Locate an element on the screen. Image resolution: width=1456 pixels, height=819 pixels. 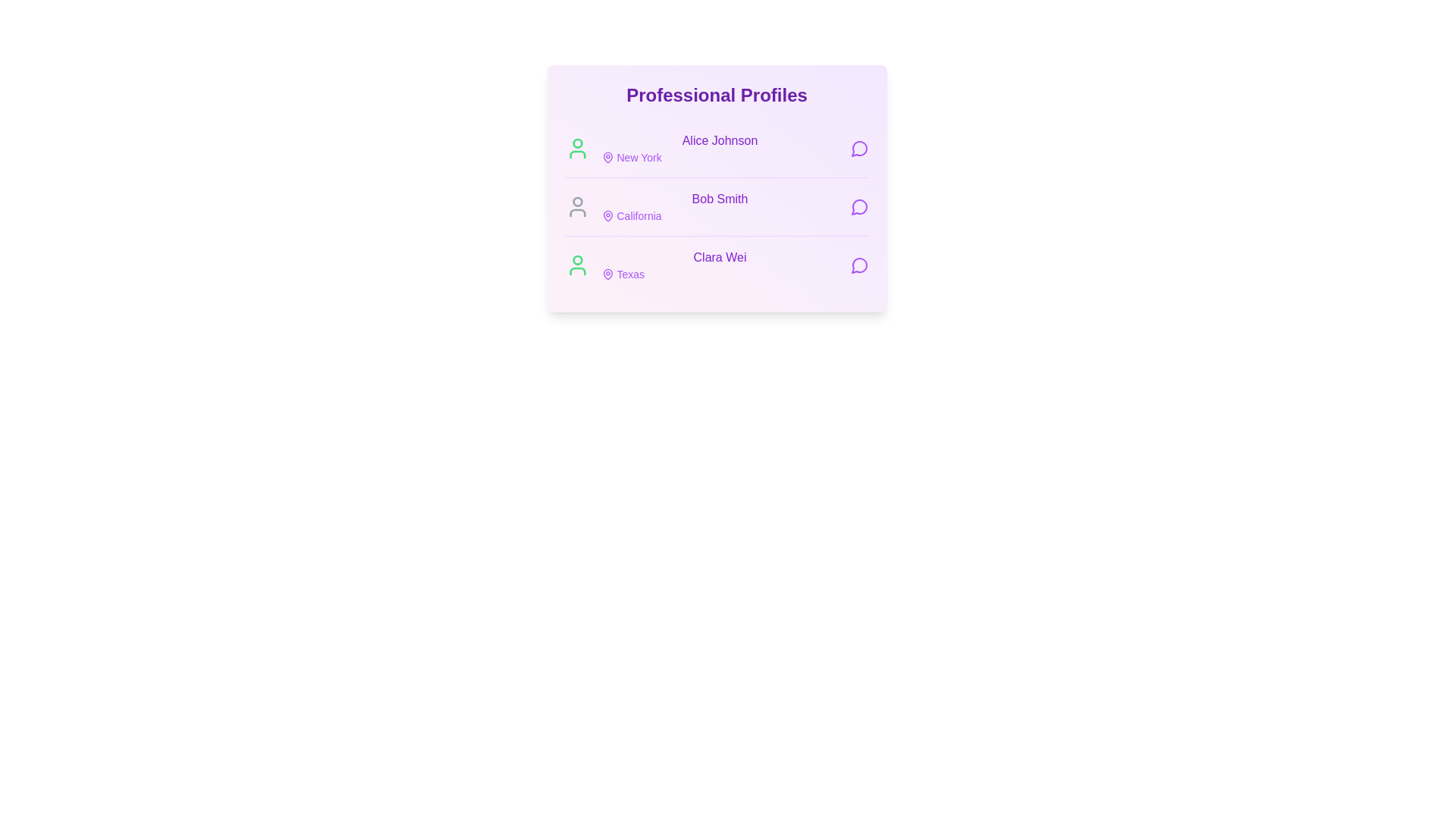
the profile name text for Clara Wei is located at coordinates (719, 256).